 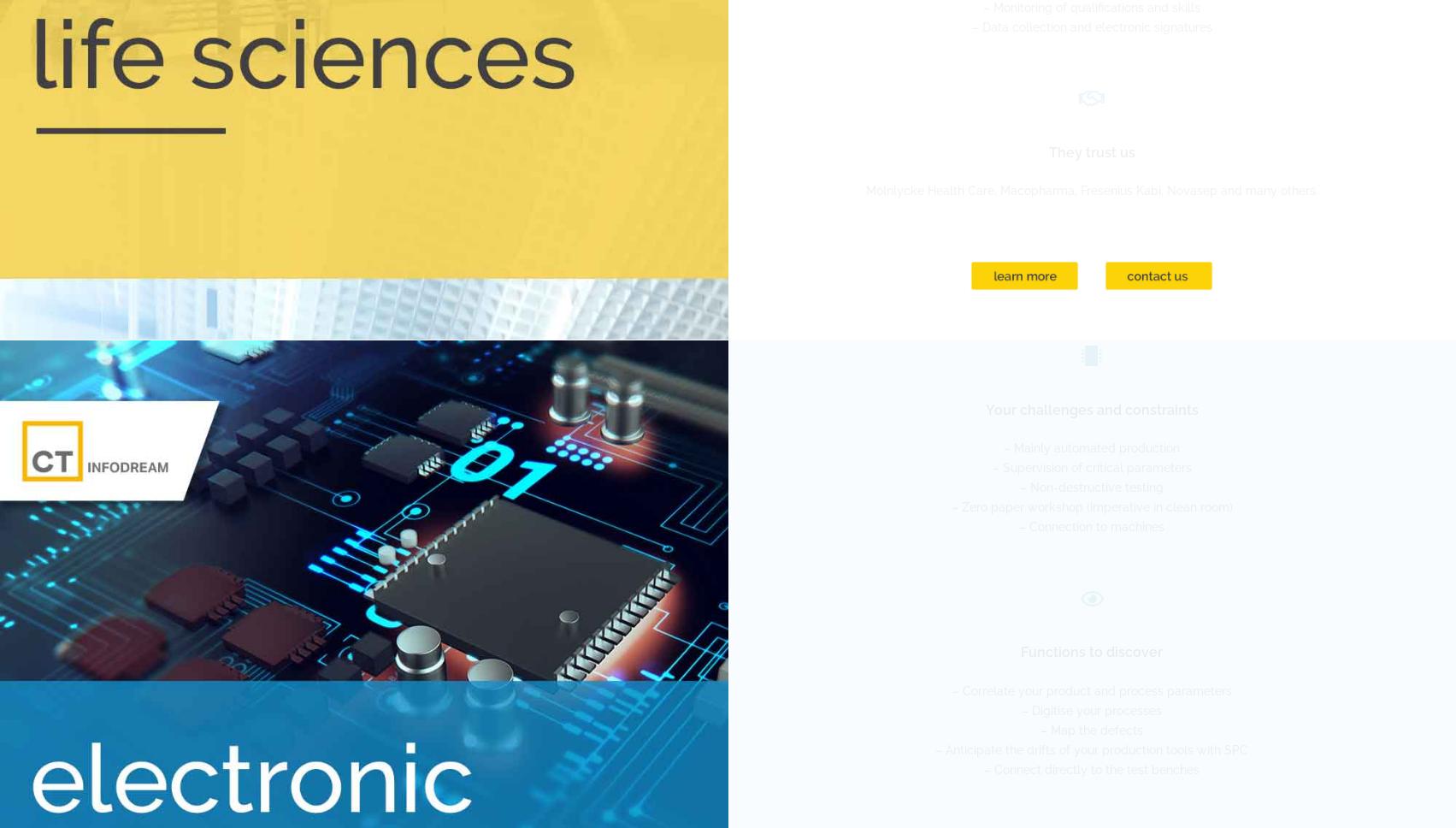 I want to click on '– Digitise your processes', so click(x=1091, y=709).